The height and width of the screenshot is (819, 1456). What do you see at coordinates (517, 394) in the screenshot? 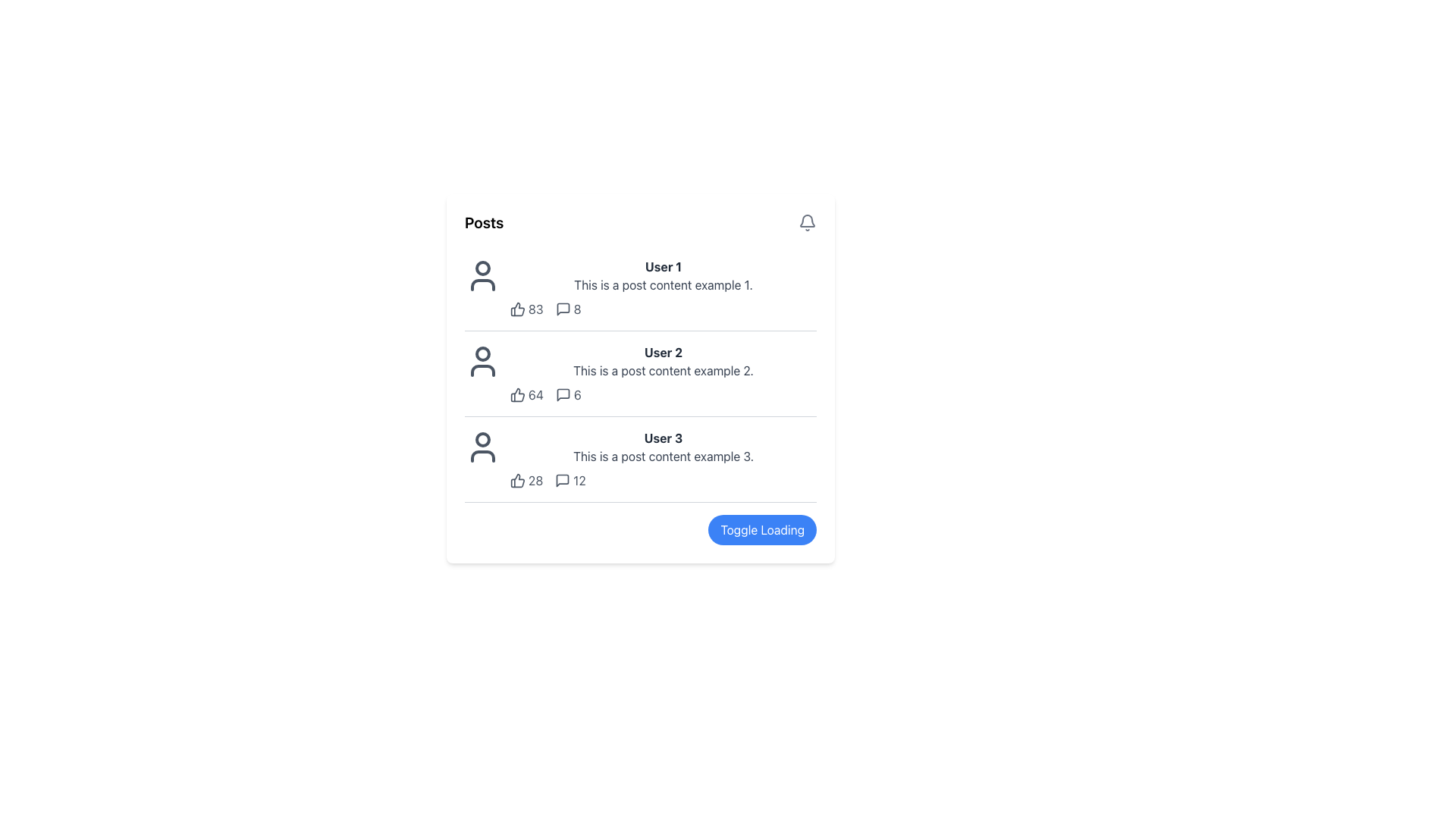
I see `the reaction indicator icon located below the text content of the second user posting block to express approval` at bounding box center [517, 394].